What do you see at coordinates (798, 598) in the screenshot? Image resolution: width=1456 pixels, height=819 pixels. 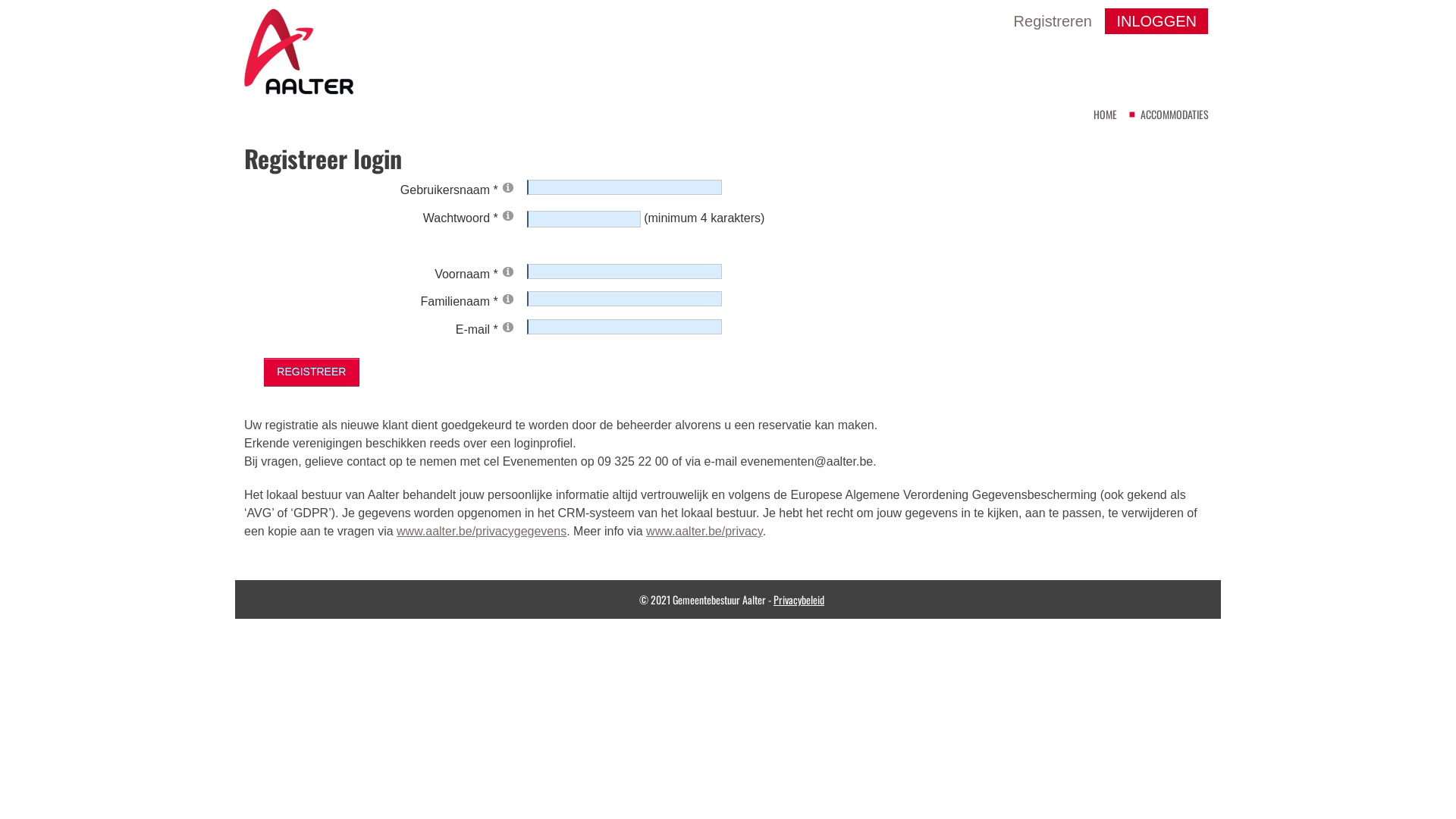 I see `'Privacybeleid'` at bounding box center [798, 598].